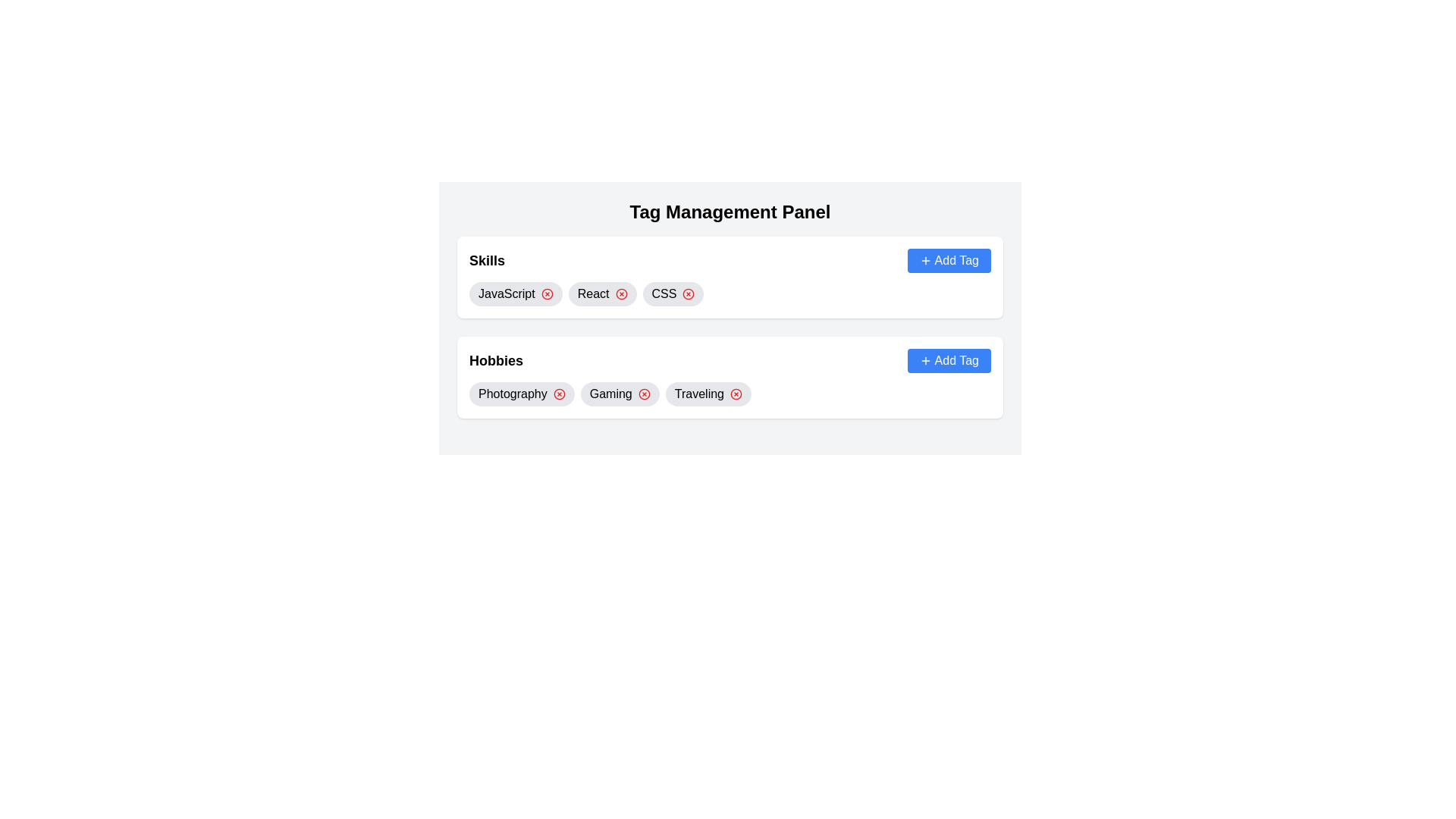 The width and height of the screenshot is (1456, 819). I want to click on the 'React' tag, which is a pill-shaped button with a light gray background and a red circular delete icon containing a white 'X', so click(601, 294).